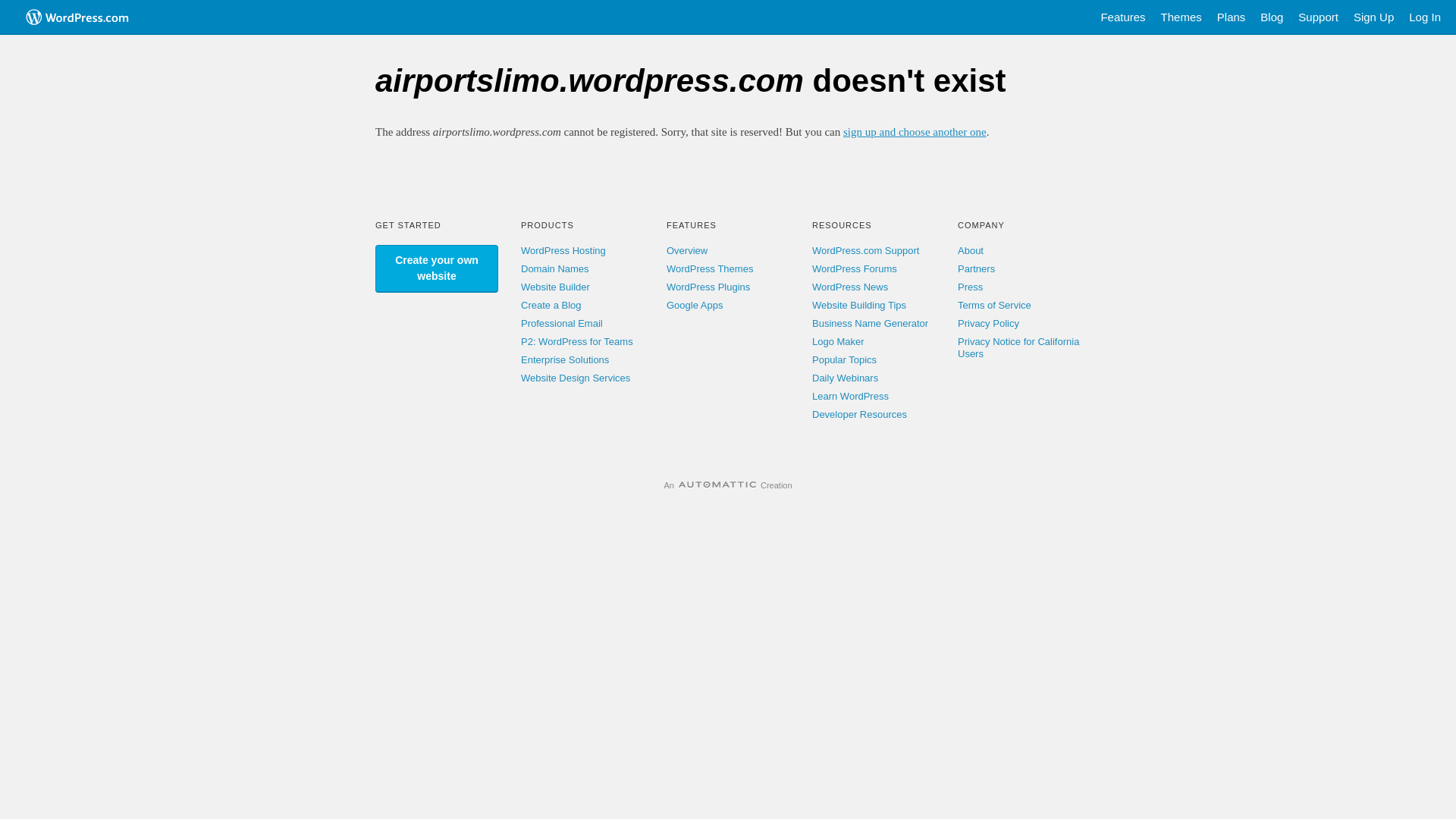  Describe the element at coordinates (811, 305) in the screenshot. I see `'Website Building Tips'` at that location.